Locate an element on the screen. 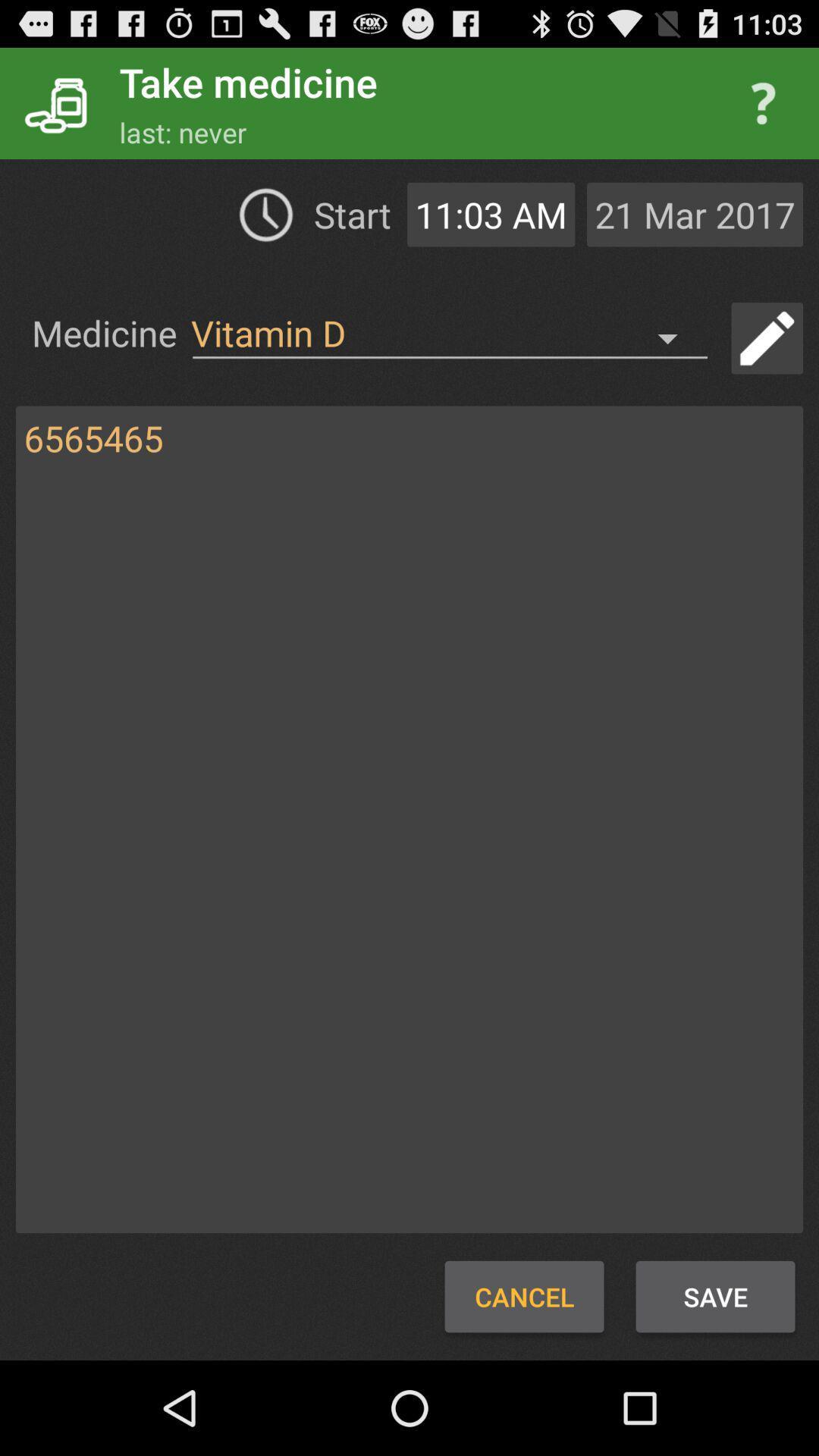 Image resolution: width=819 pixels, height=1456 pixels. the edit icon is located at coordinates (767, 361).